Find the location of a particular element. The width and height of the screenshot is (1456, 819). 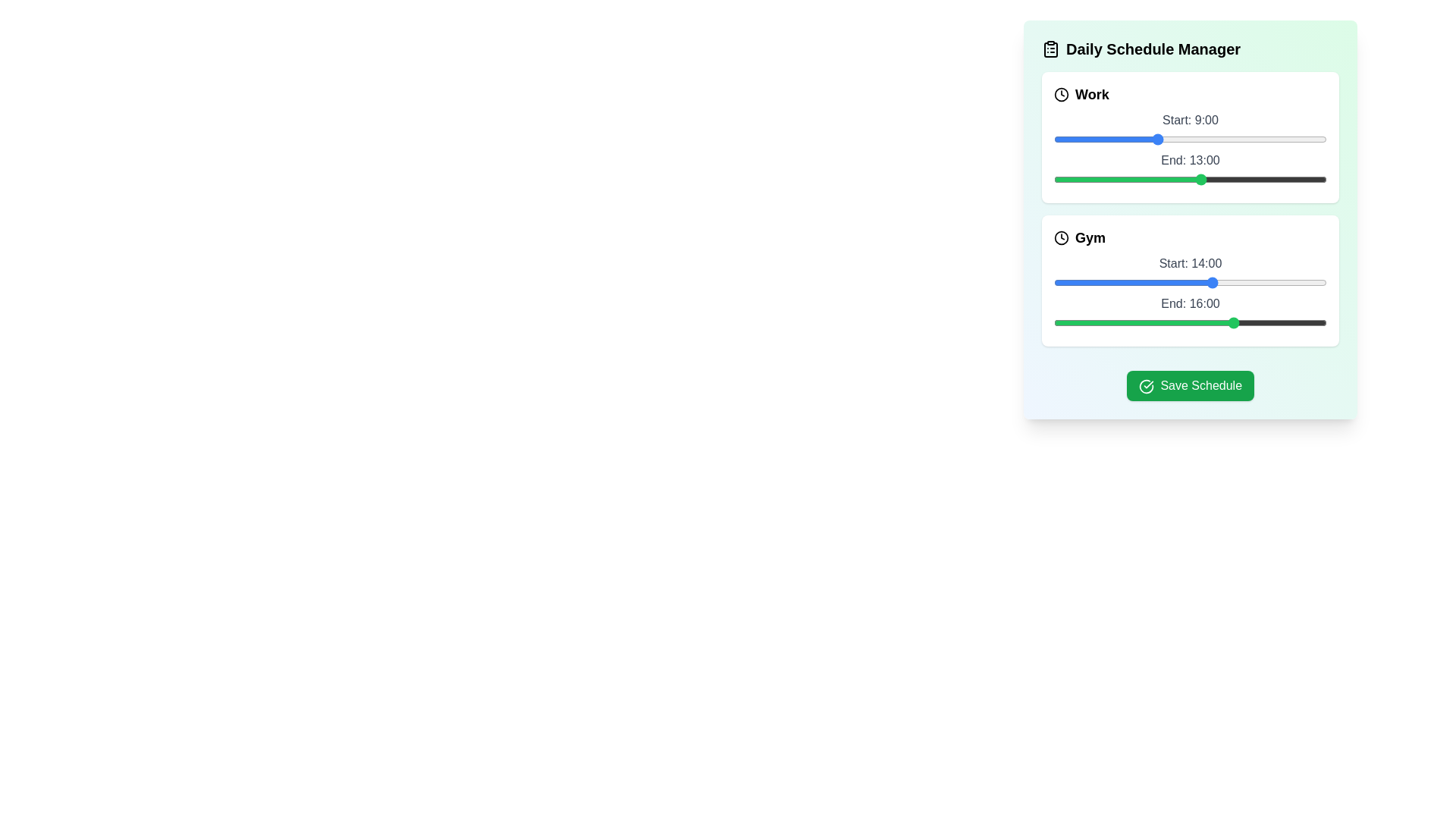

the end time of the task to 4 hours using the slider is located at coordinates (1099, 178).